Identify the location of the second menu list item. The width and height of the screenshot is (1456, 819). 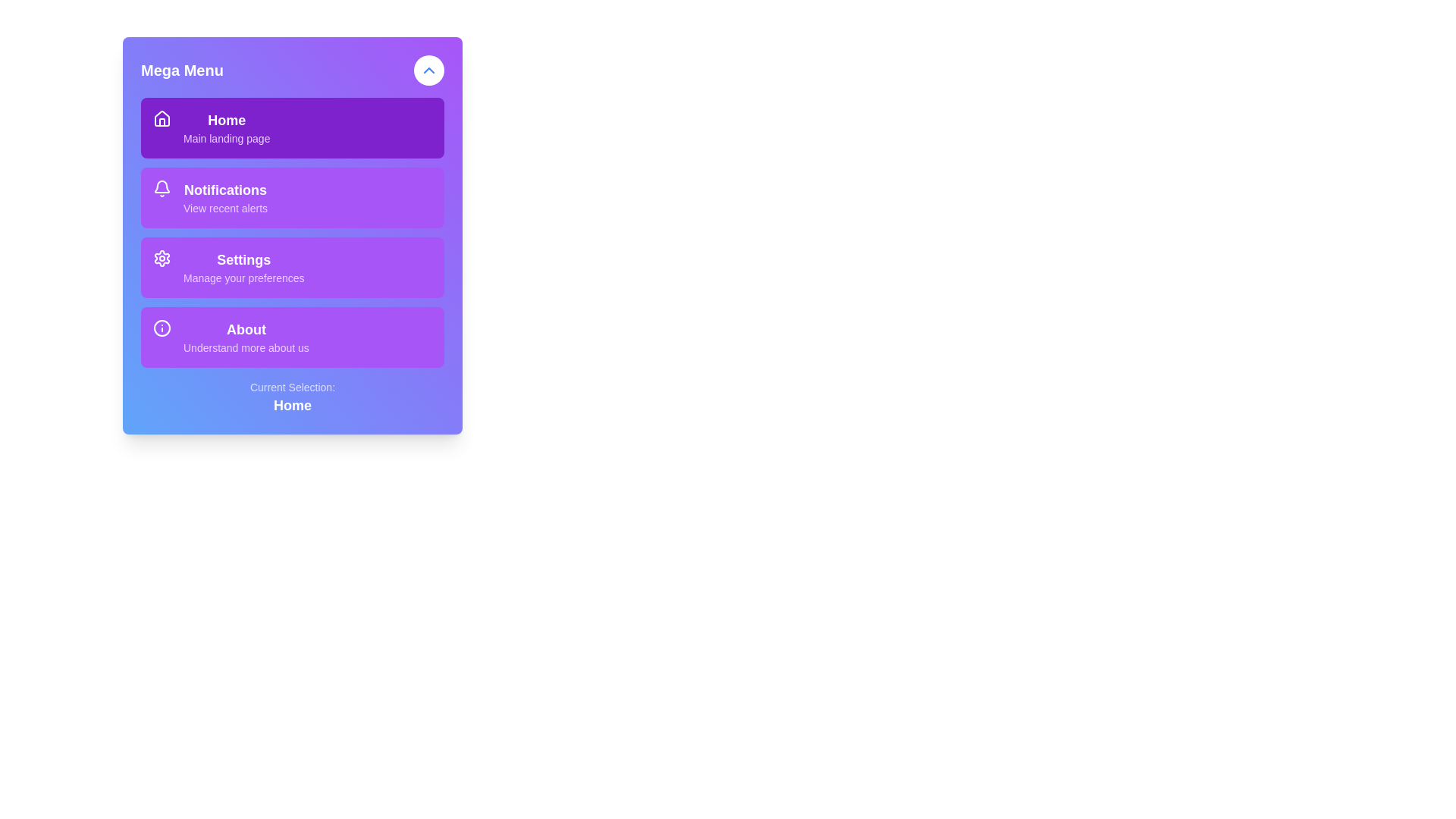
(292, 233).